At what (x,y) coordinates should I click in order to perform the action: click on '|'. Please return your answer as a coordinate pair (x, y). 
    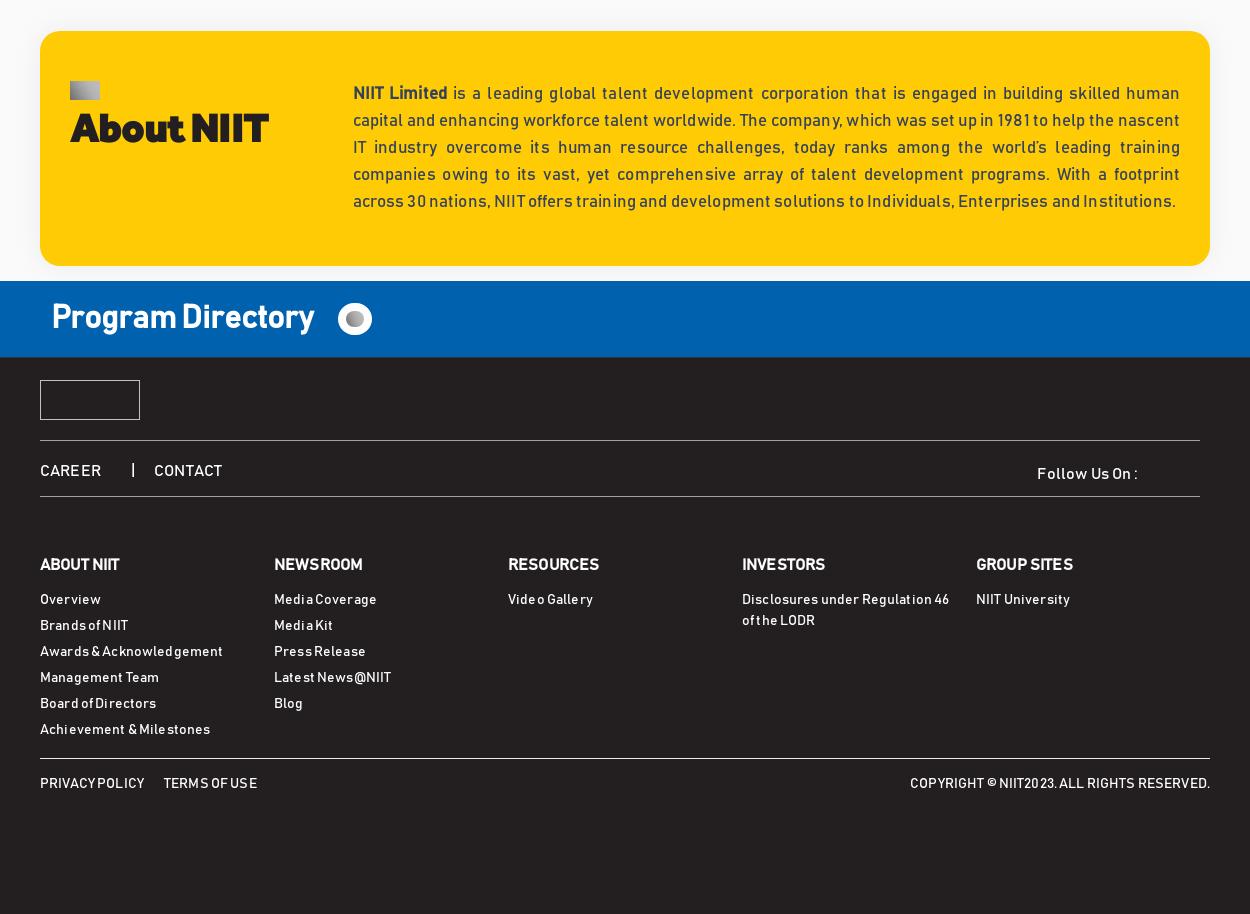
    Looking at the image, I should click on (142, 470).